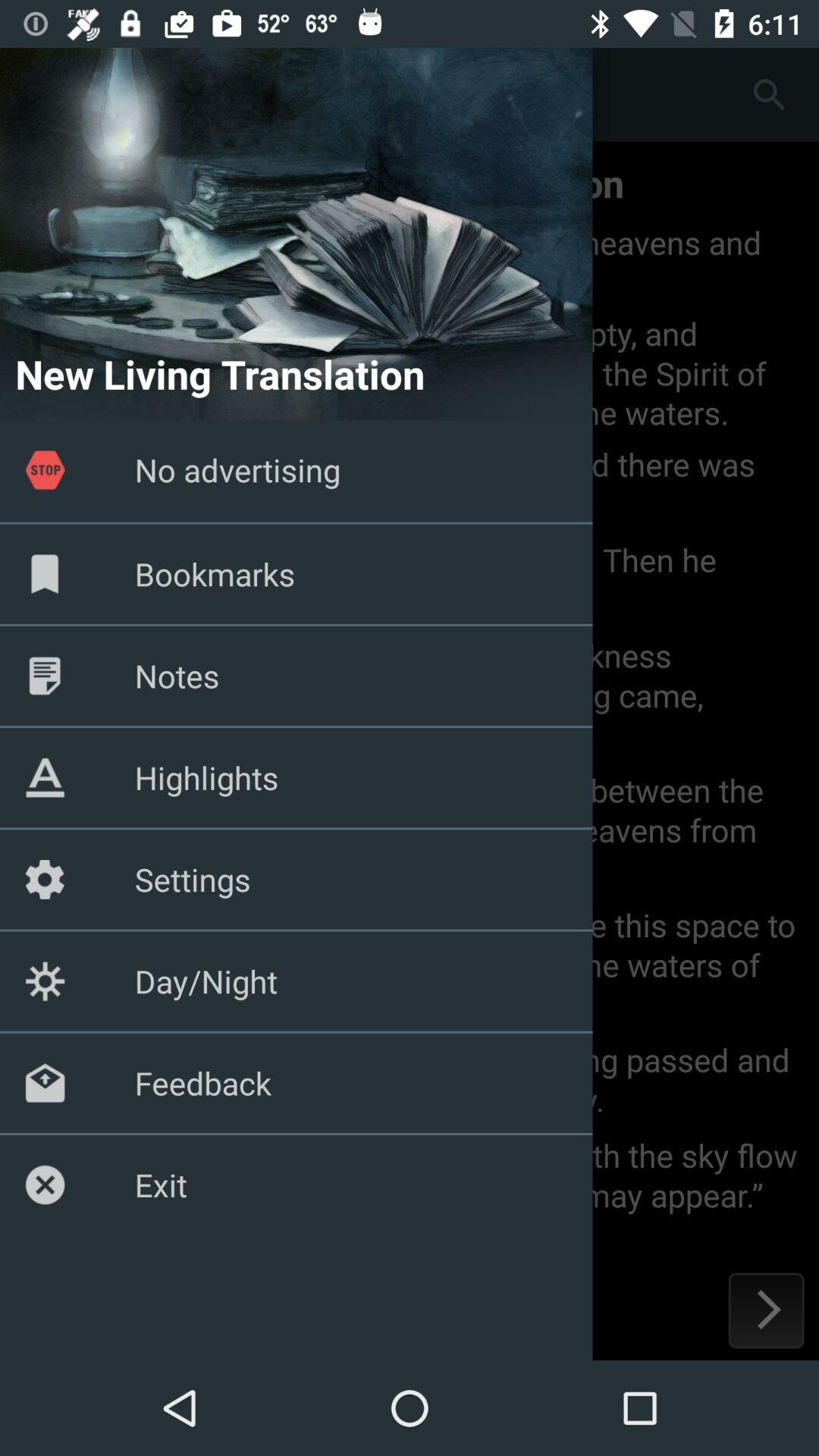  I want to click on the search icon, so click(769, 93).